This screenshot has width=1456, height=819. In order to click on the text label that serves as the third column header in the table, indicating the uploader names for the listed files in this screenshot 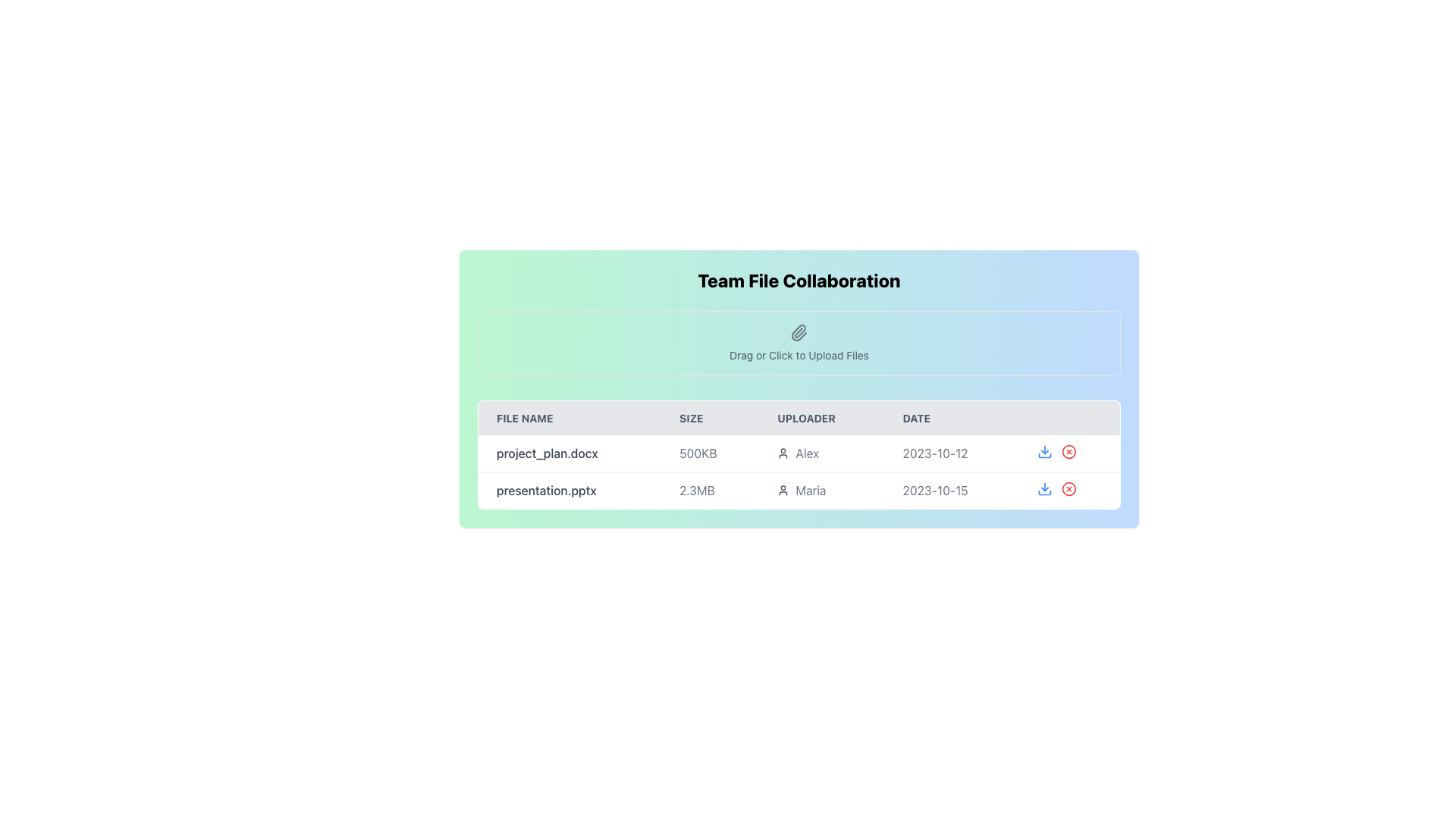, I will do `click(821, 418)`.